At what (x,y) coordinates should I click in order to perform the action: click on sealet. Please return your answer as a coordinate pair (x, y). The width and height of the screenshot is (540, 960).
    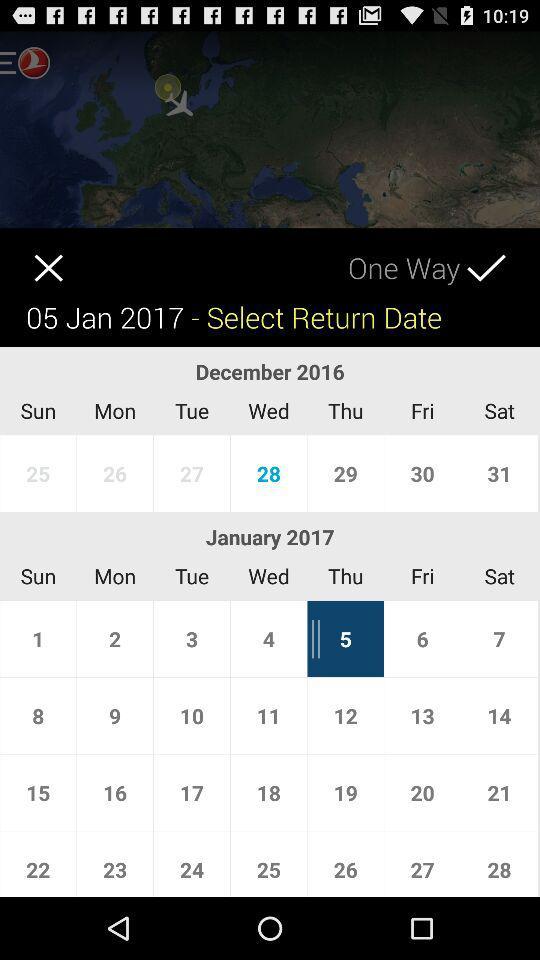
    Looking at the image, I should click on (502, 253).